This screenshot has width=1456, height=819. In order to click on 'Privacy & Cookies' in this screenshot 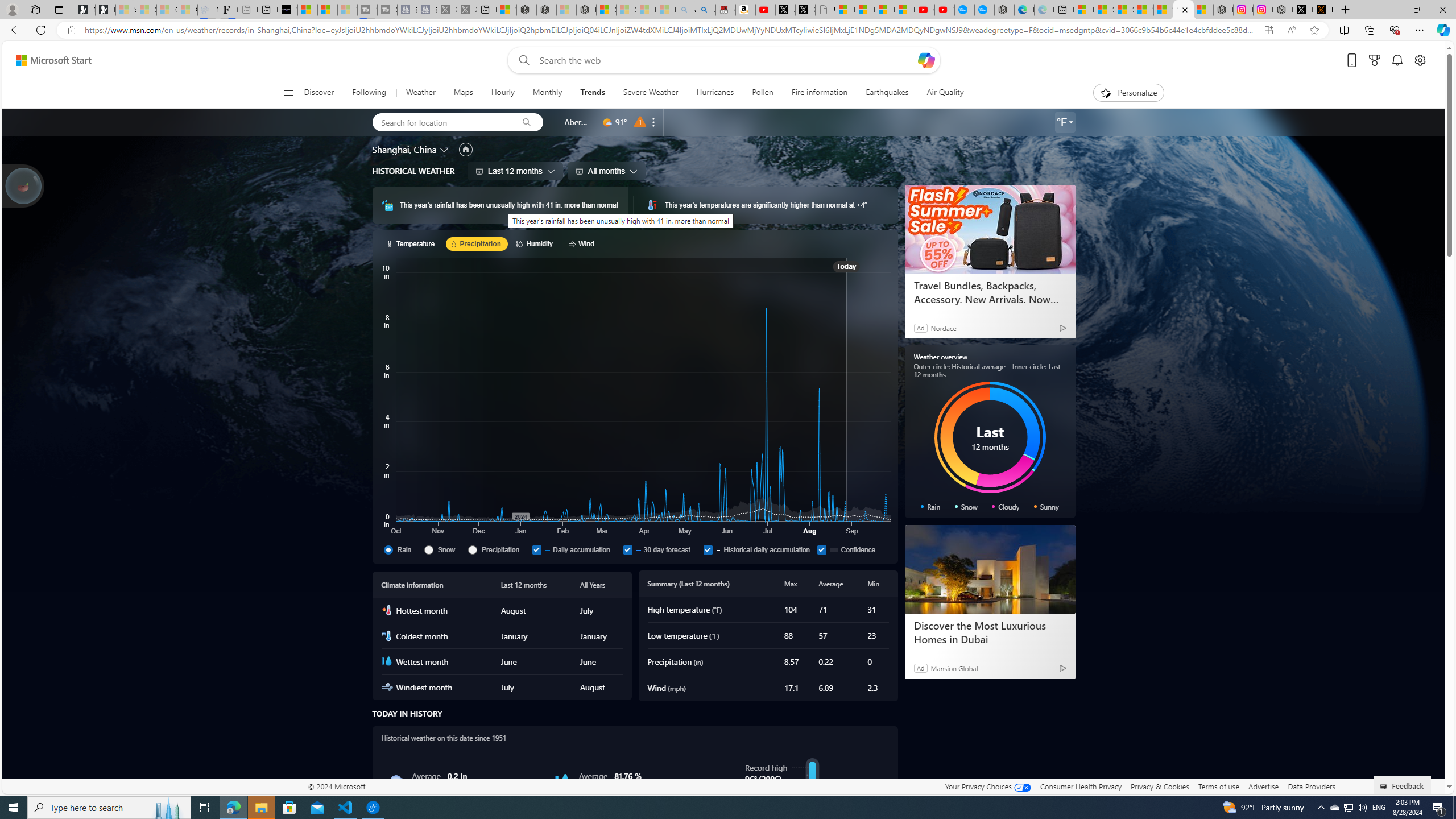, I will do `click(1160, 786)`.